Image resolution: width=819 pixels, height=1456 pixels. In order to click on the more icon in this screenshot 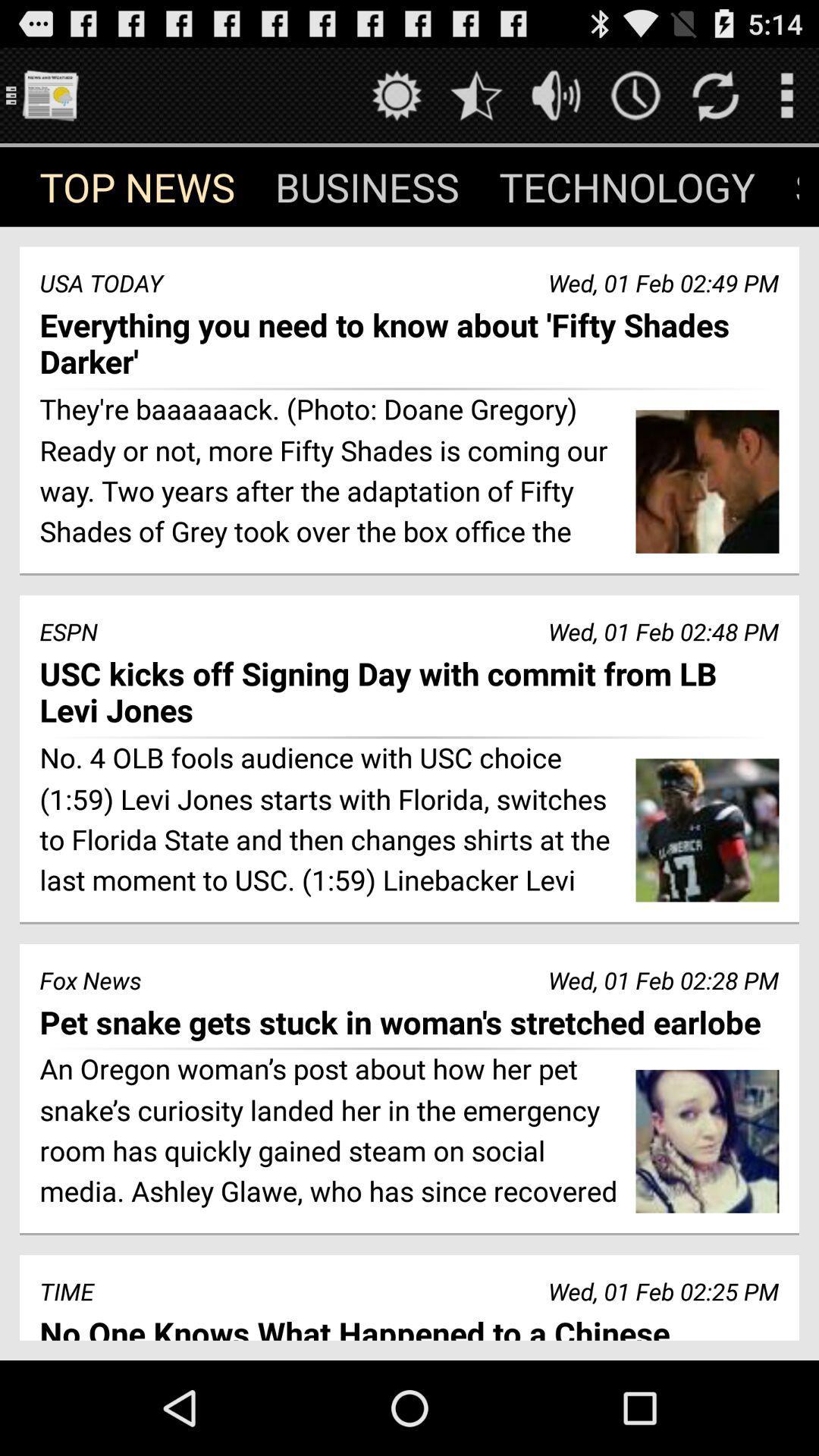, I will do `click(786, 101)`.